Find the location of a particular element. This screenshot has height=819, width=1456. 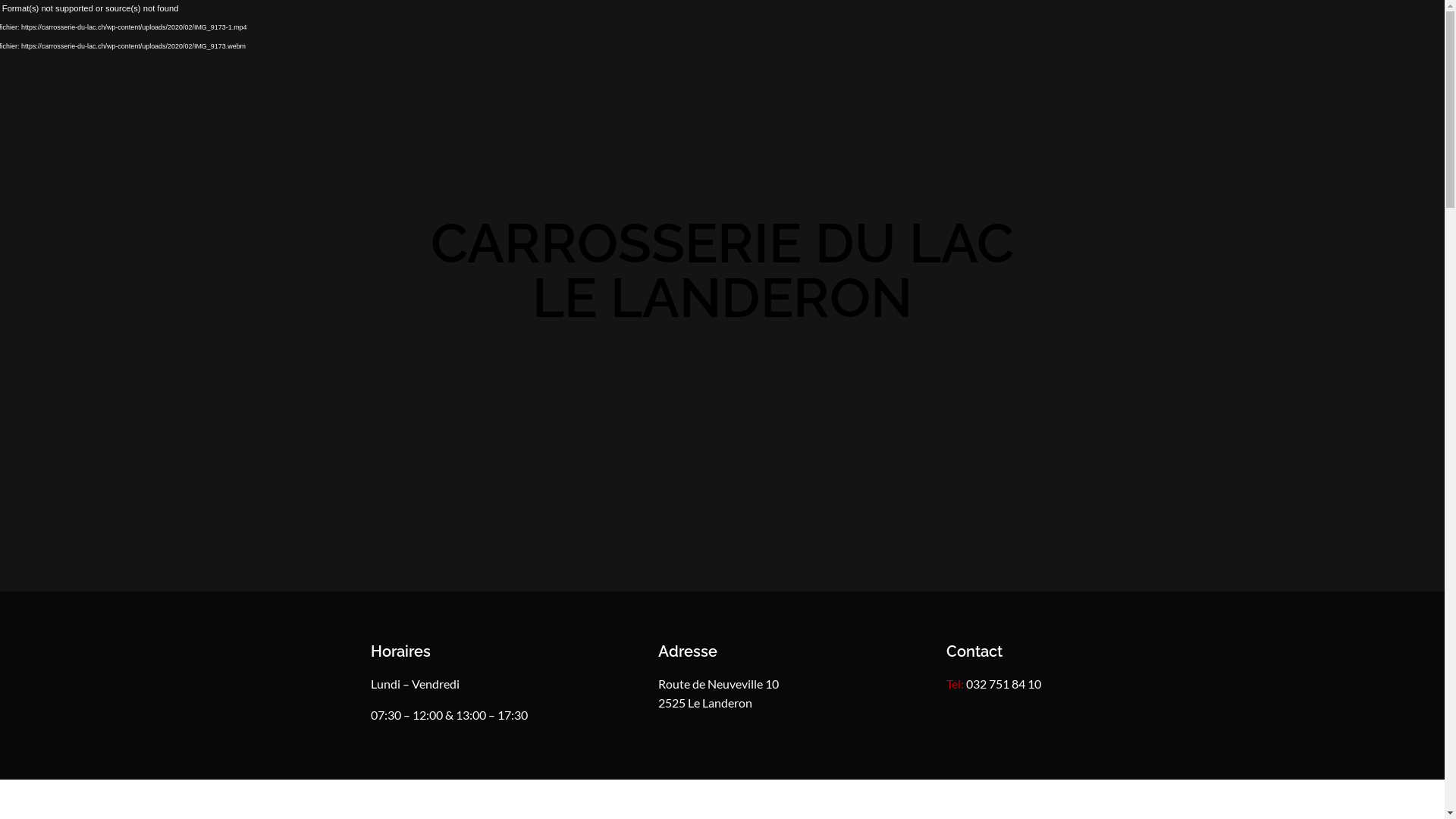

'032 751 84 10' is located at coordinates (1003, 683).